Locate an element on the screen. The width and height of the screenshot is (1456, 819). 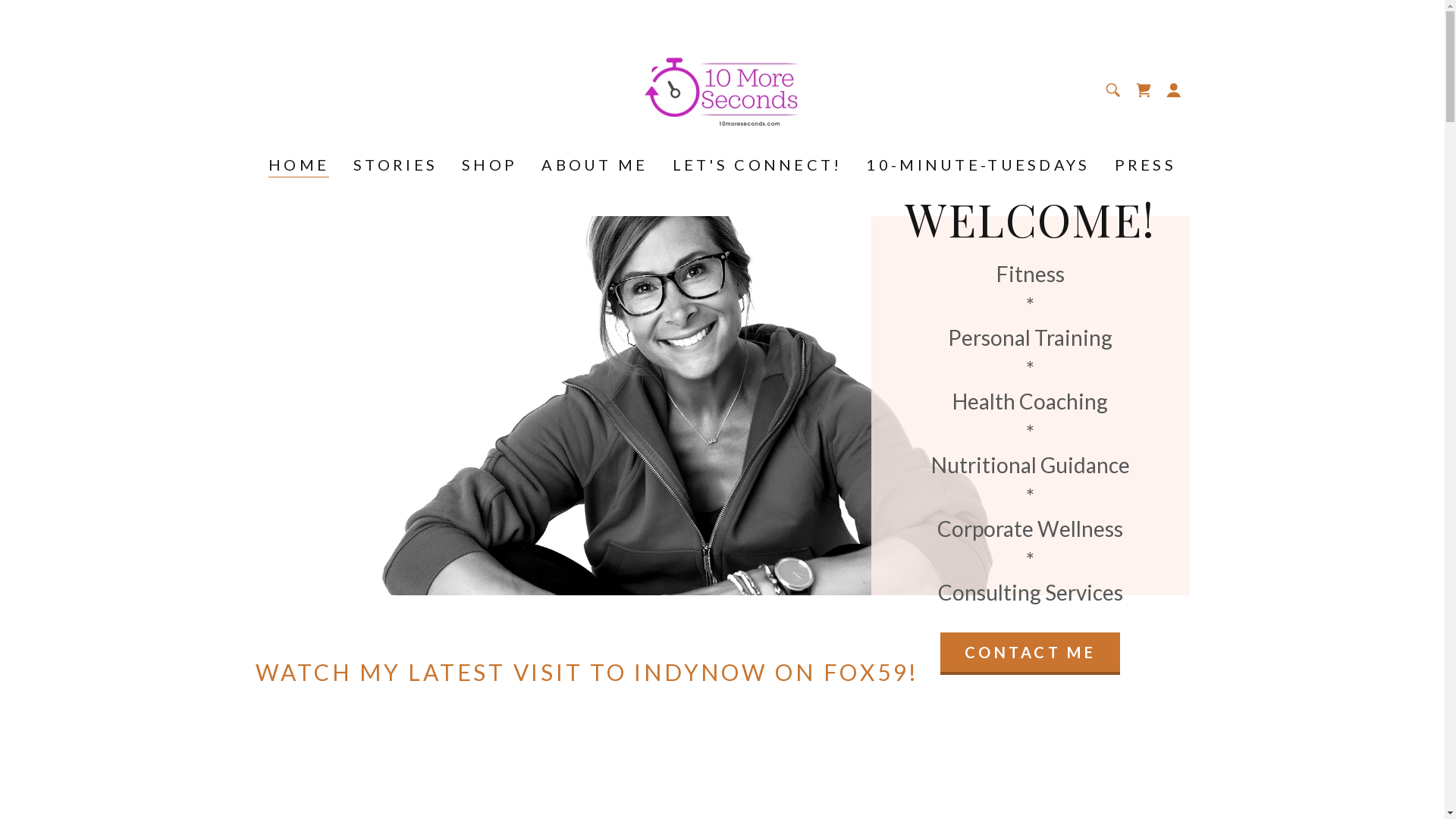
'STORIES' is located at coordinates (348, 164).